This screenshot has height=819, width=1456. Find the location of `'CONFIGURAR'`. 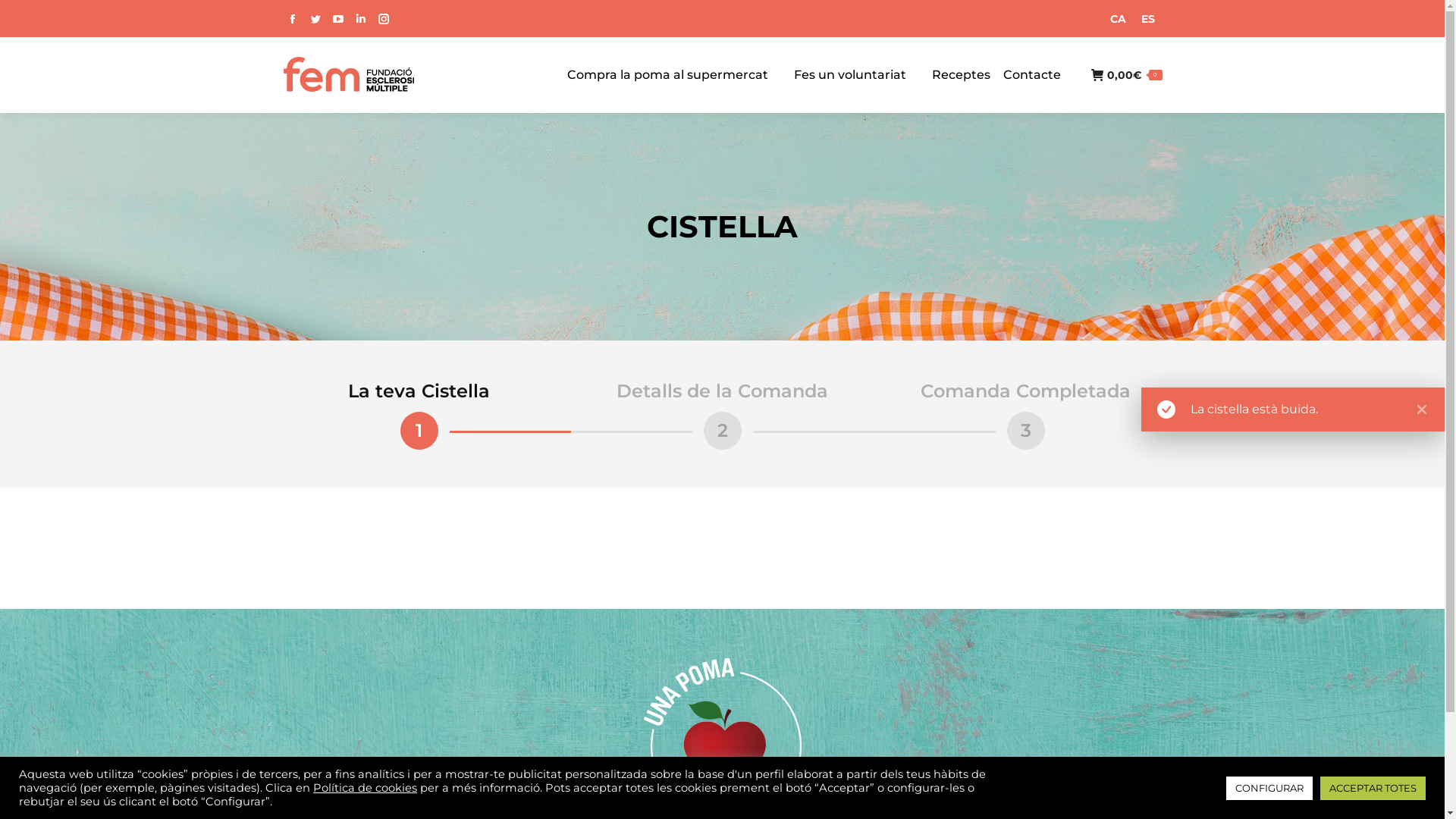

'CONFIGURAR' is located at coordinates (1269, 787).